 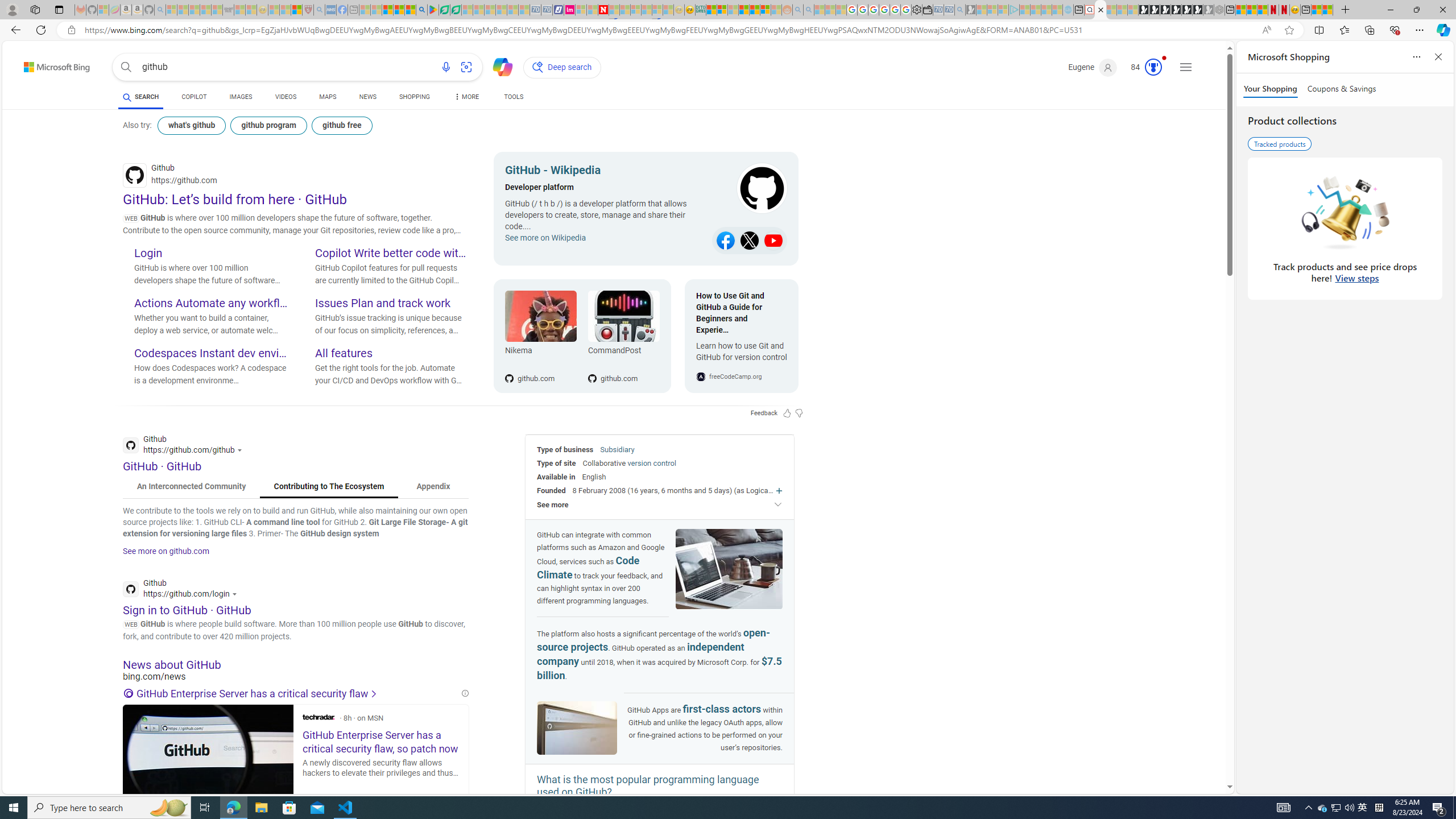 What do you see at coordinates (512, 96) in the screenshot?
I see `'TOOLS'` at bounding box center [512, 96].